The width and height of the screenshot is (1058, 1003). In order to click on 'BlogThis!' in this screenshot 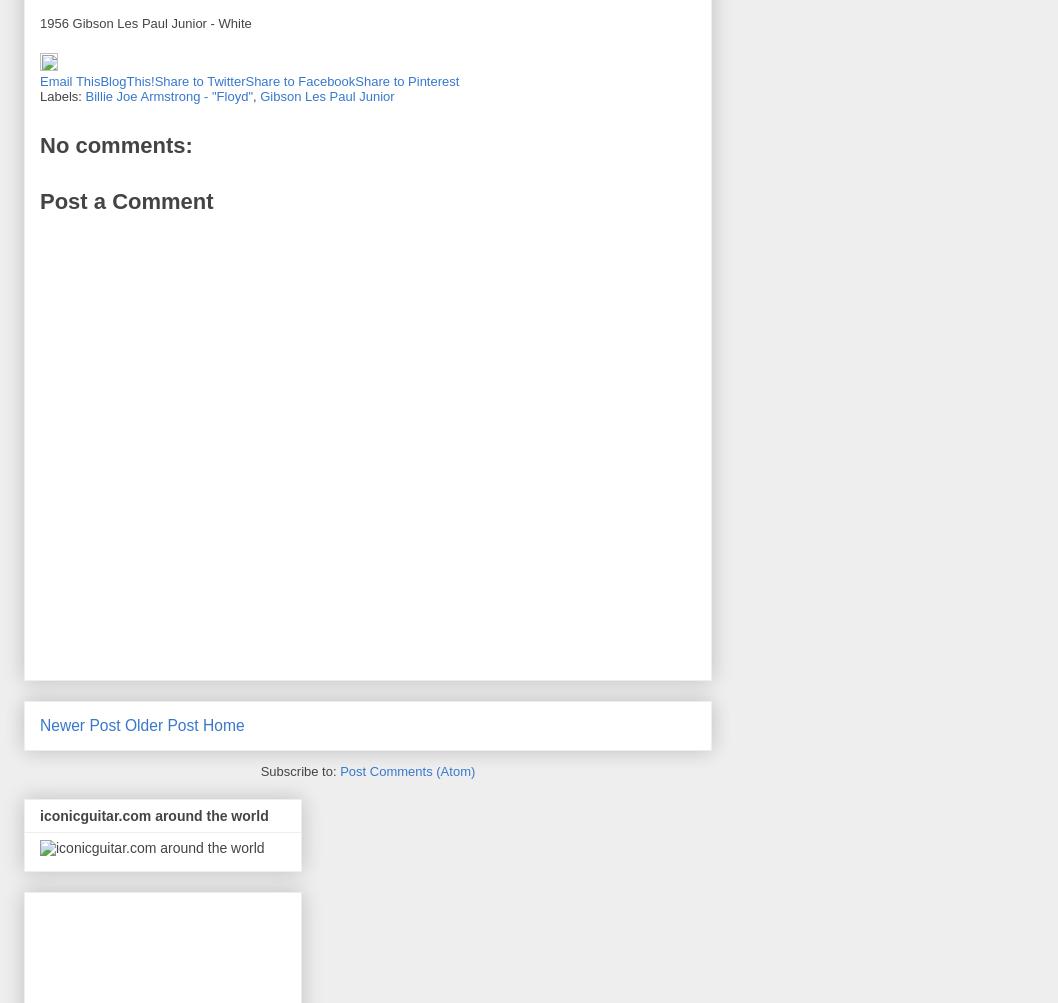, I will do `click(125, 81)`.